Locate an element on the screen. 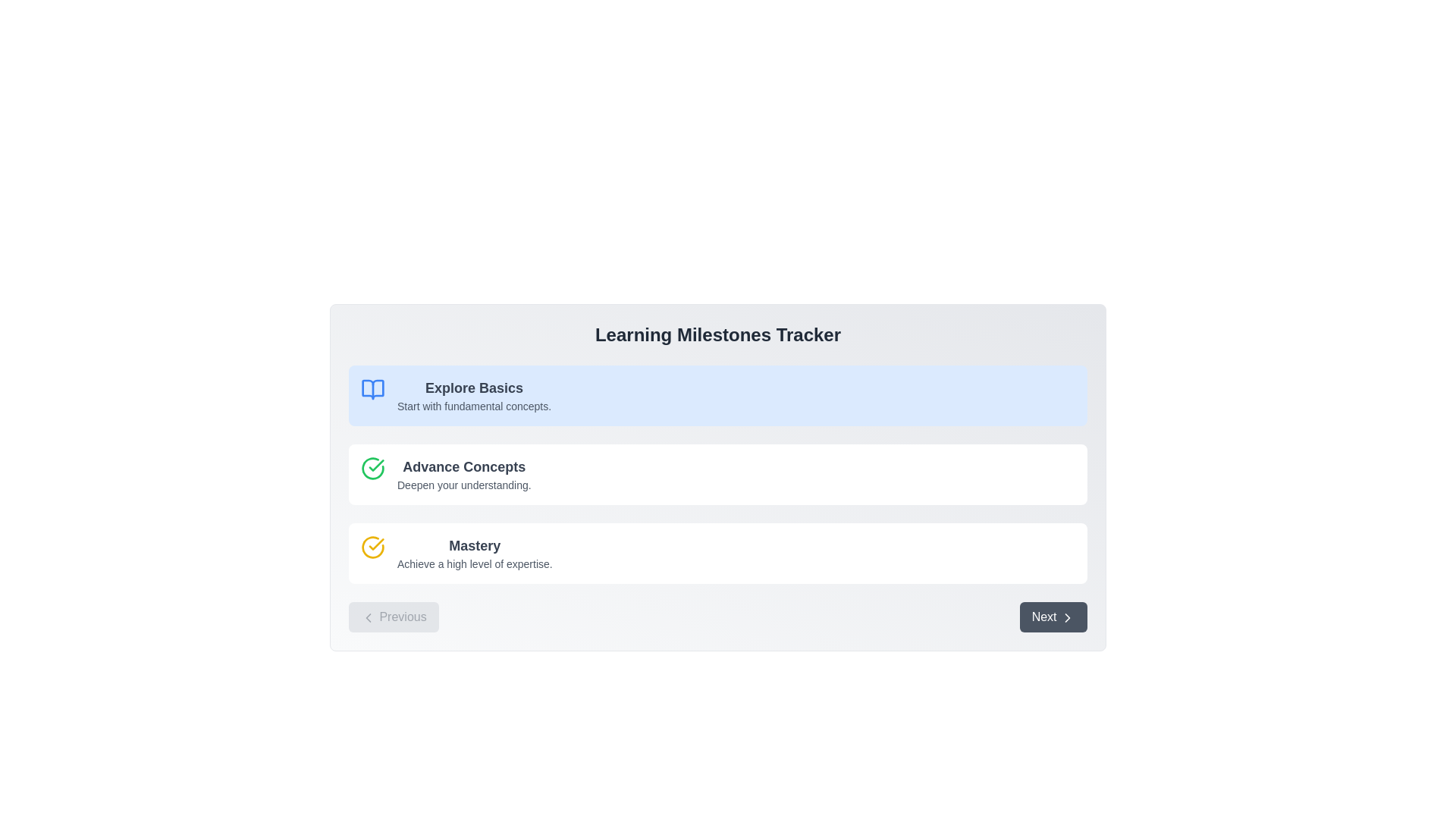 The width and height of the screenshot is (1456, 819). the text header labeled 'Learning Milestones Tracker' which is displayed in large, bold, dark gray font at the top of the section is located at coordinates (717, 334).